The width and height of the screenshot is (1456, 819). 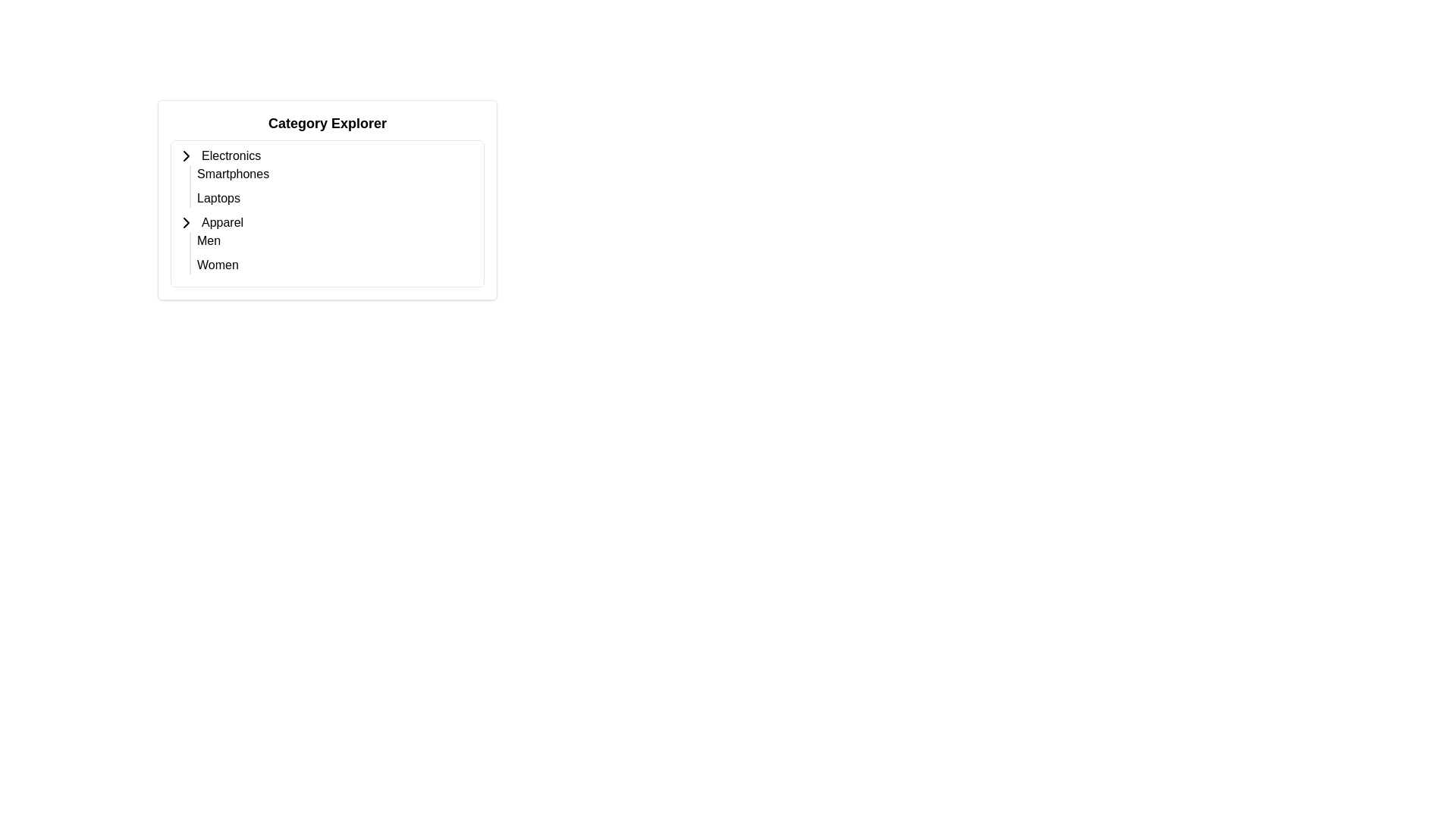 I want to click on the 'Laptops' category text label, which is the third item under the 'Electronics' category in the hierarchical list, so click(x=218, y=198).